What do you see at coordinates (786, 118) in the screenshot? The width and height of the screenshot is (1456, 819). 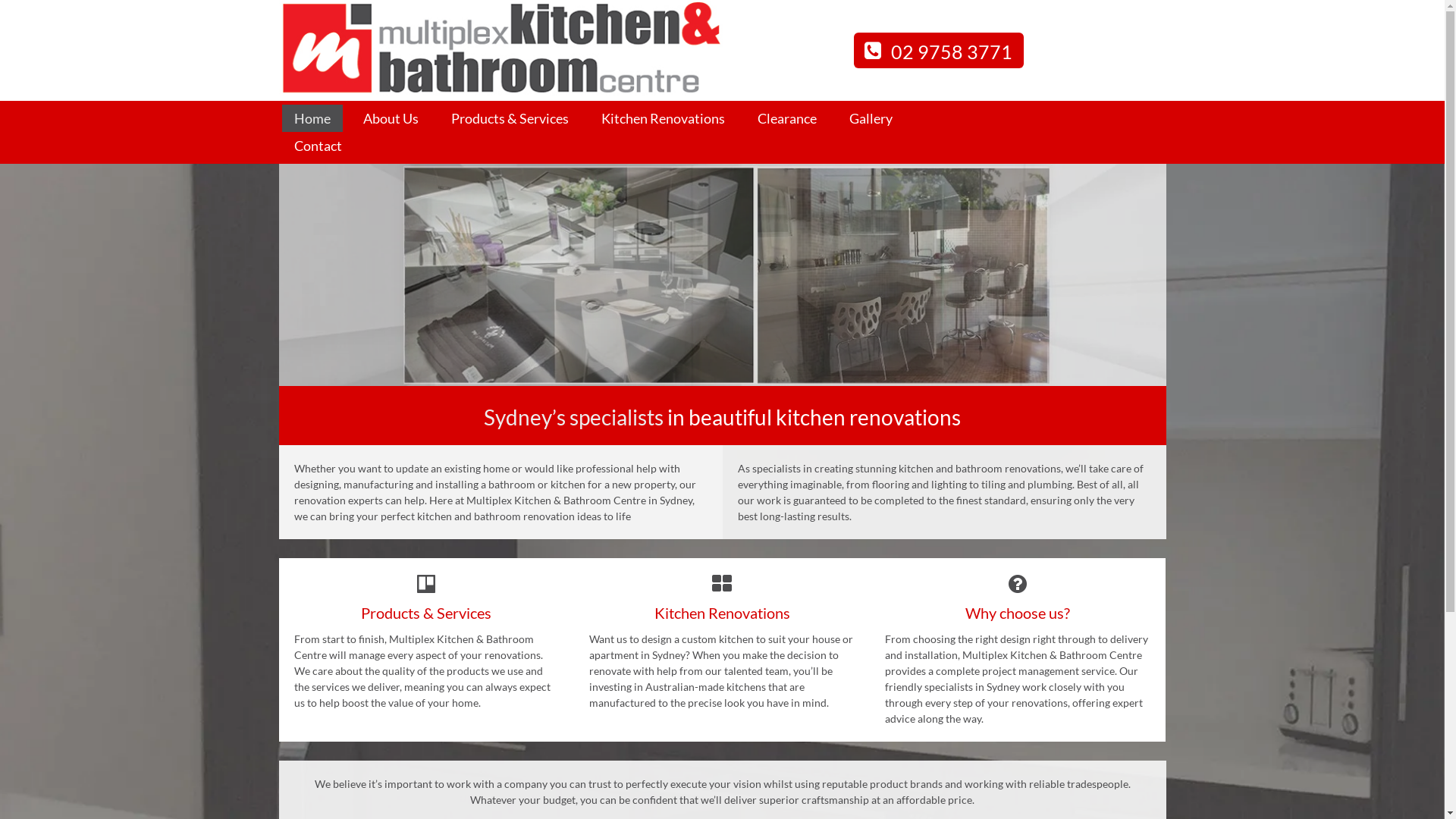 I see `'Clearance'` at bounding box center [786, 118].